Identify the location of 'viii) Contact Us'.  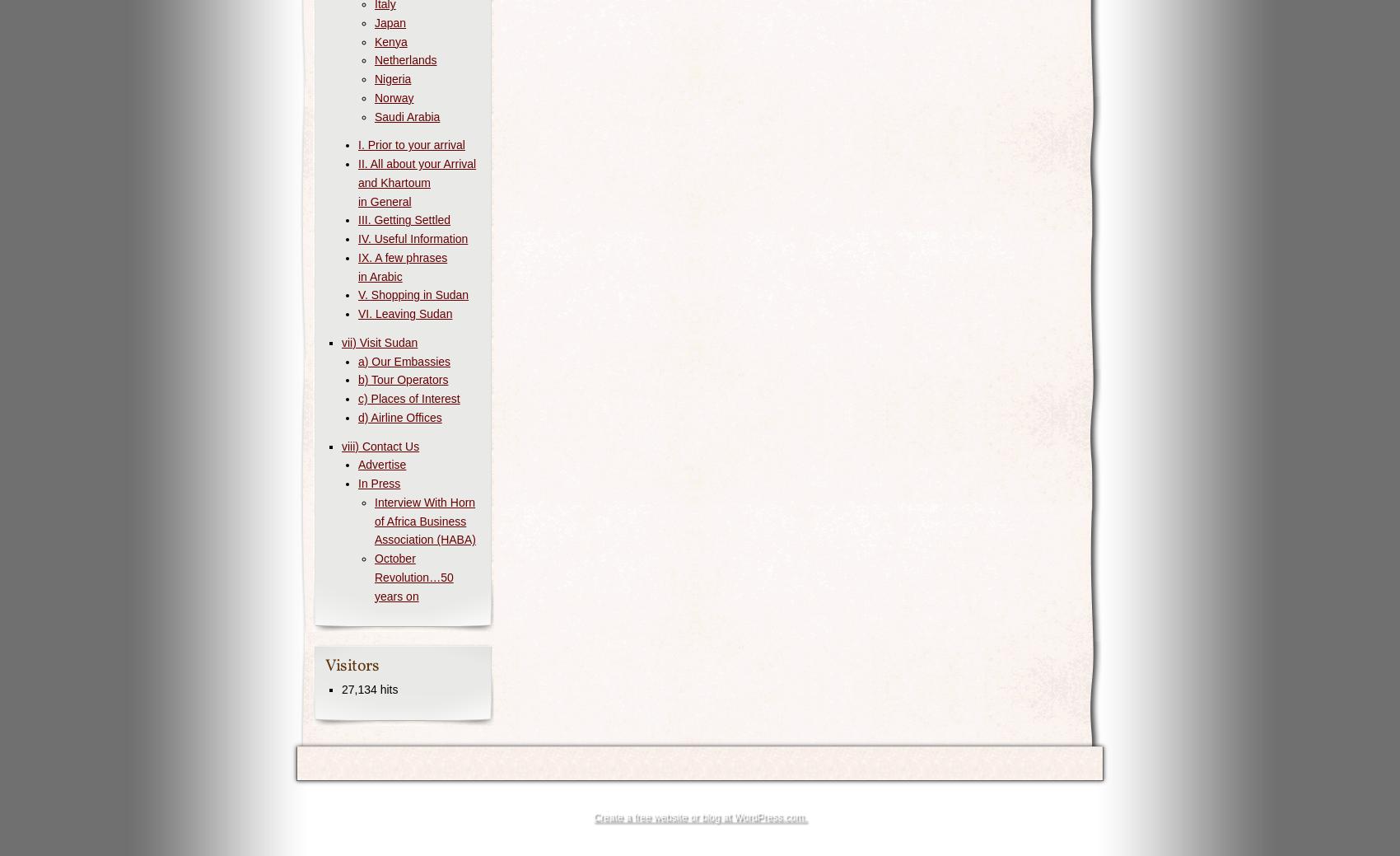
(380, 446).